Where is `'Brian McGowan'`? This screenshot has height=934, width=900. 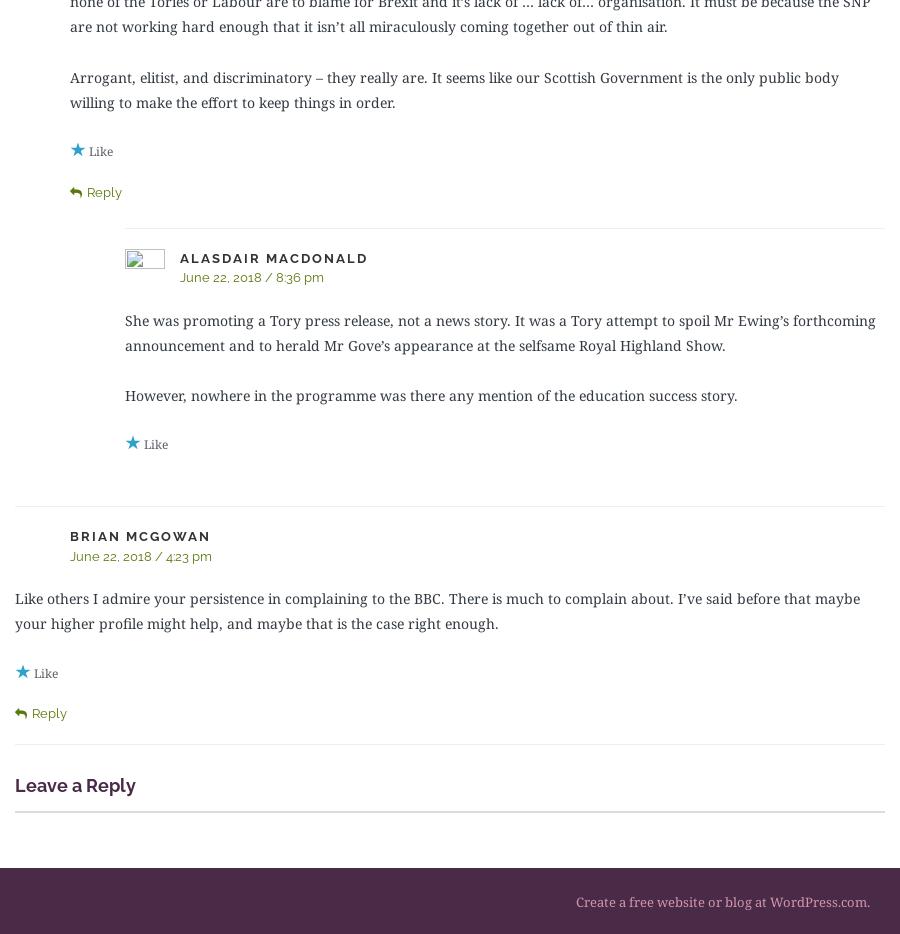 'Brian McGowan' is located at coordinates (140, 536).